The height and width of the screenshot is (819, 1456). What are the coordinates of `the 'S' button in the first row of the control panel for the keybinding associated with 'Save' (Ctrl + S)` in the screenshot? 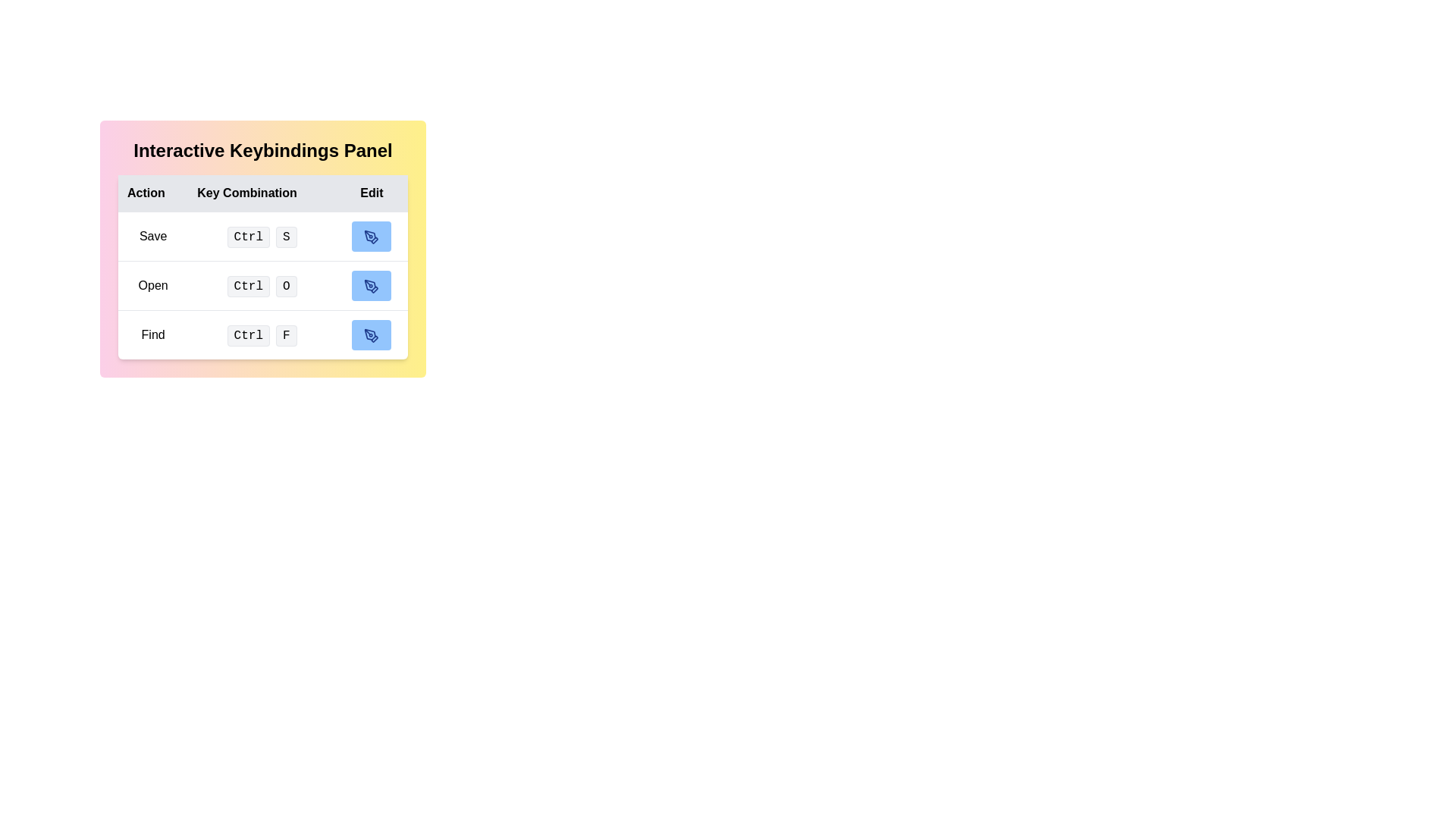 It's located at (262, 237).